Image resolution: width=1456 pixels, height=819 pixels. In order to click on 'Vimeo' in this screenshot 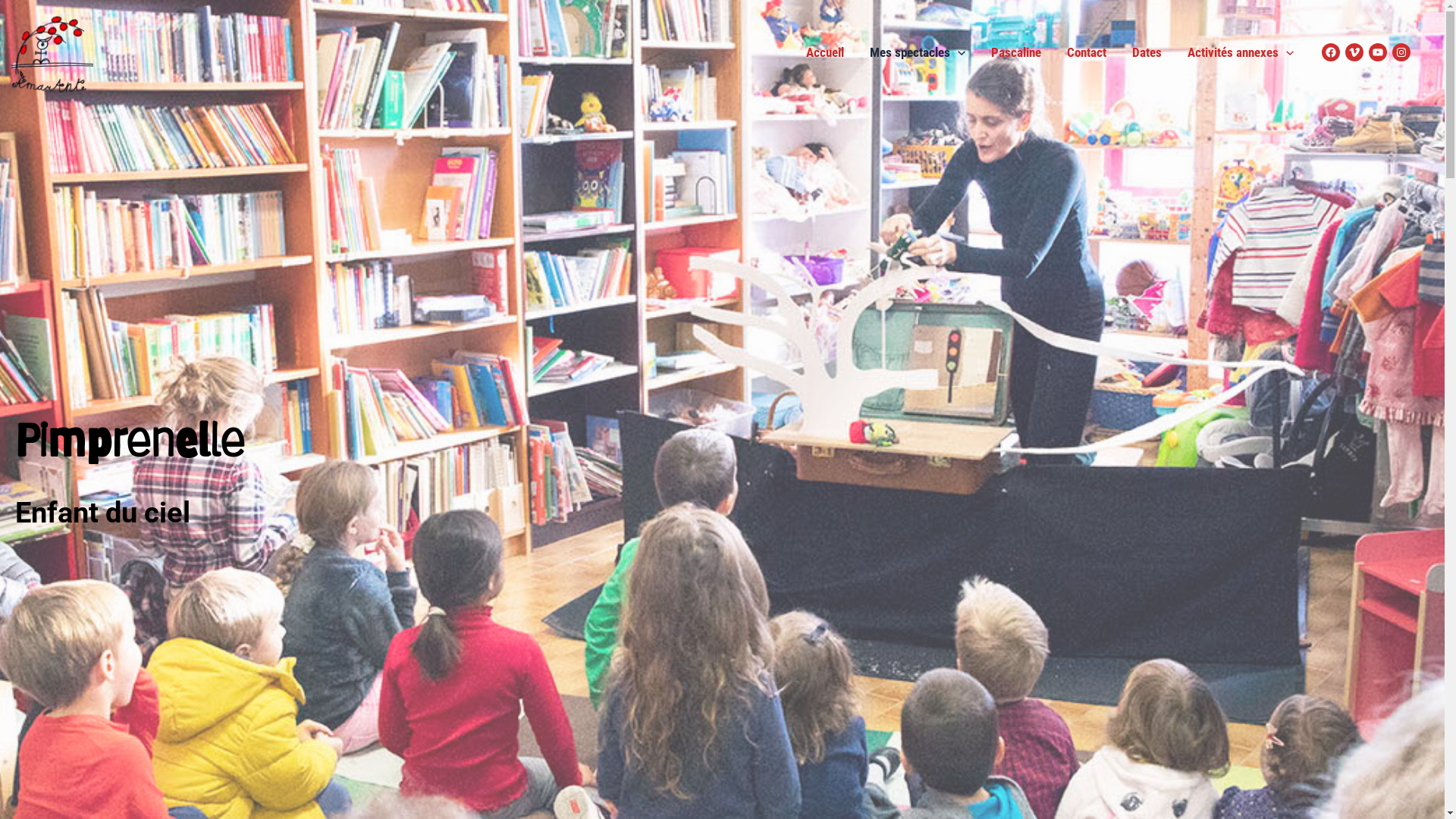, I will do `click(1345, 52)`.